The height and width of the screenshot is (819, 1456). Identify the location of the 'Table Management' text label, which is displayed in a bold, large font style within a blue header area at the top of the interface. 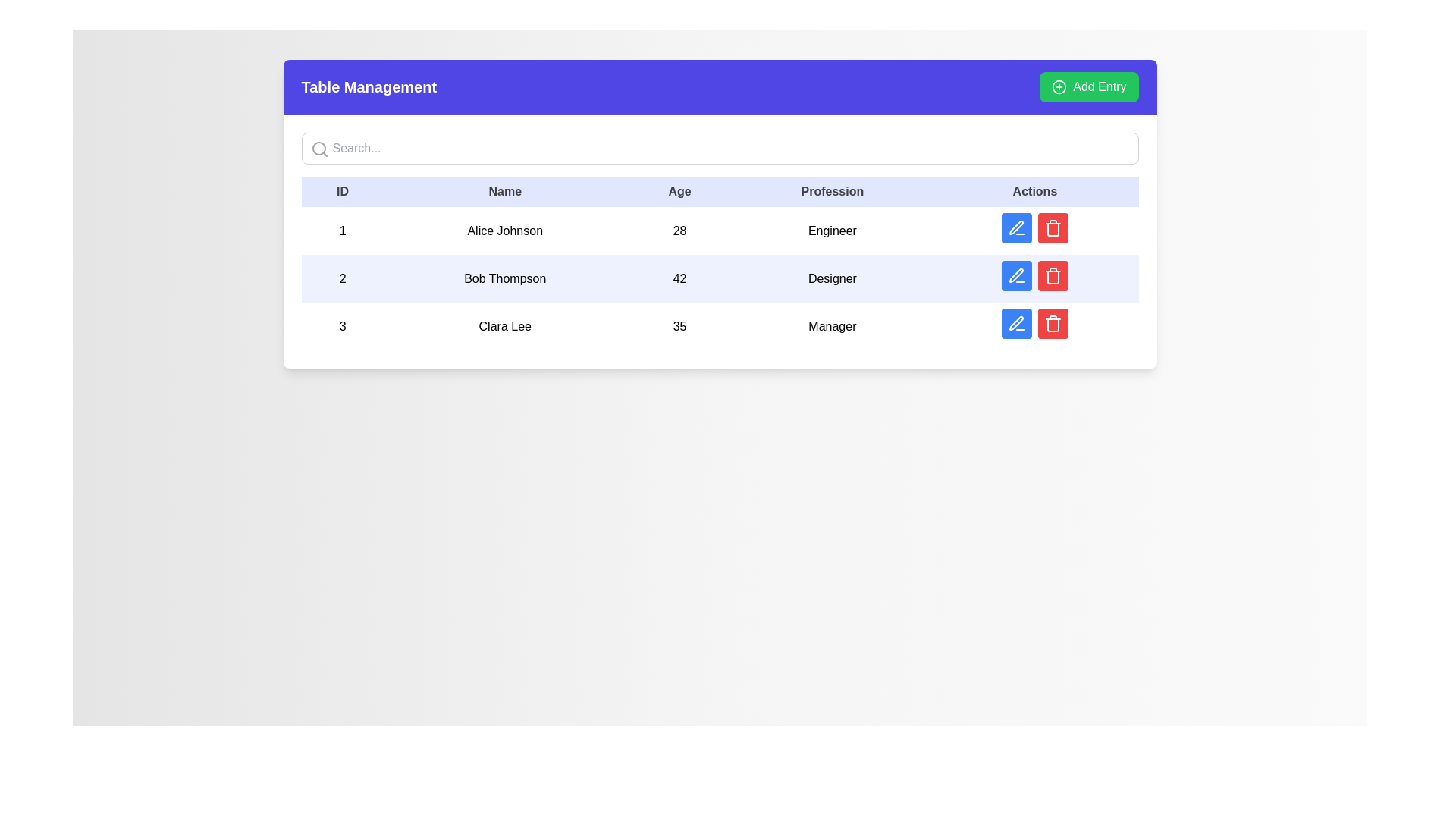
(369, 87).